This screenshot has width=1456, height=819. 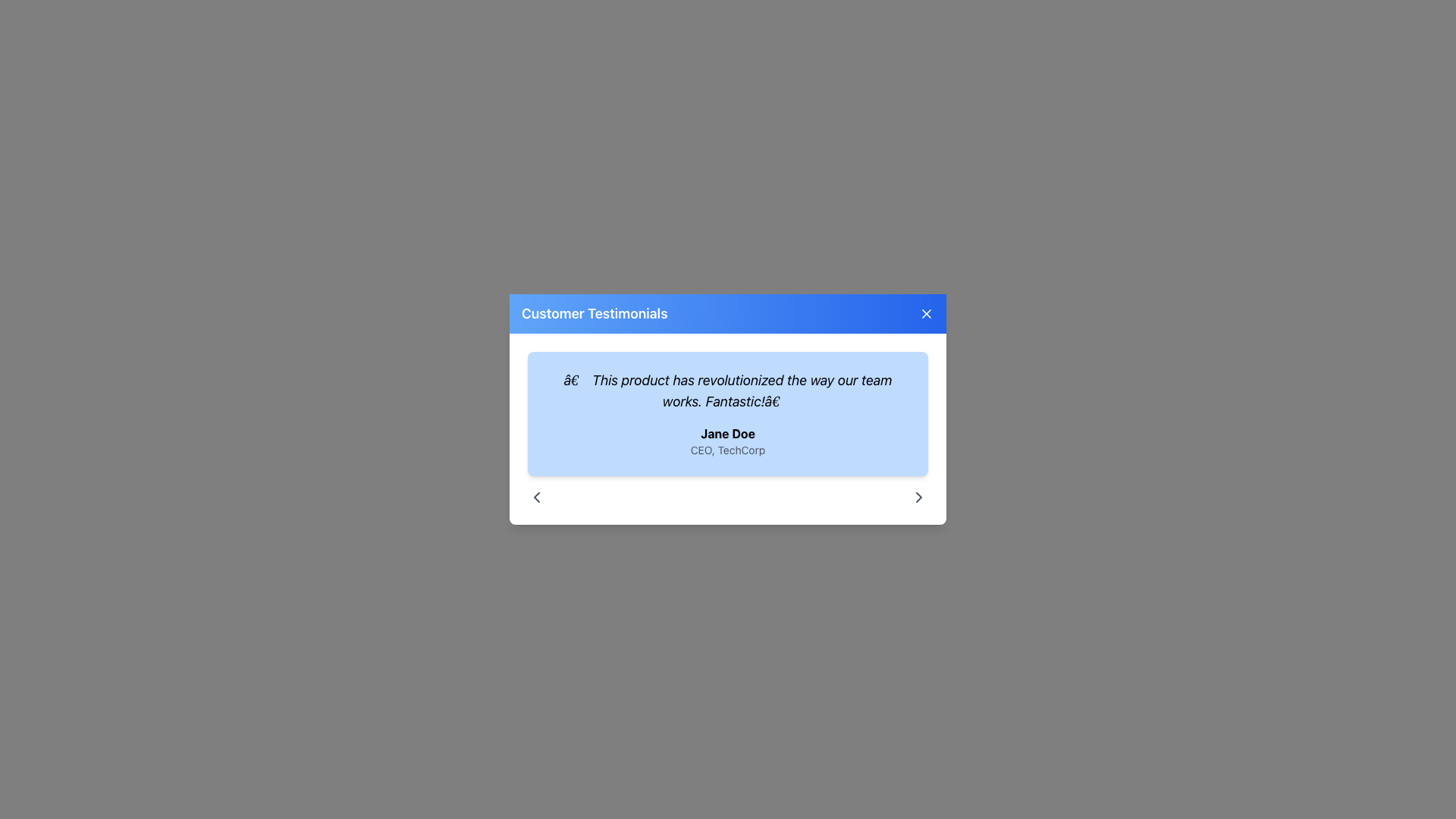 I want to click on the testimonial text displaying: 'This product has revolutionized the way our team works. Fantastic!' in the modal dialog labeled 'Customer Testimonials', so click(x=728, y=391).